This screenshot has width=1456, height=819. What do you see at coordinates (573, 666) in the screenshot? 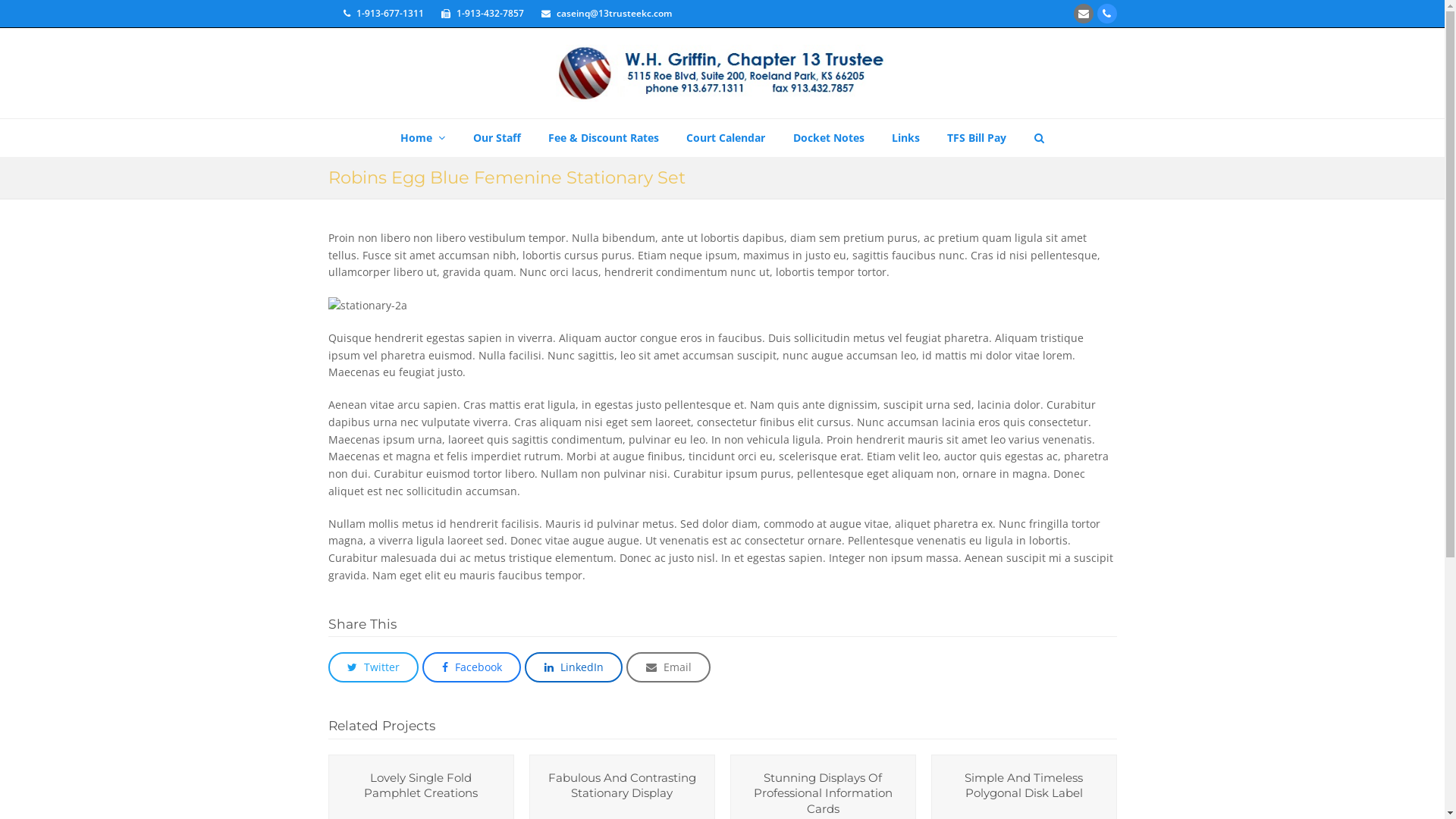
I see `'LinkedIn'` at bounding box center [573, 666].